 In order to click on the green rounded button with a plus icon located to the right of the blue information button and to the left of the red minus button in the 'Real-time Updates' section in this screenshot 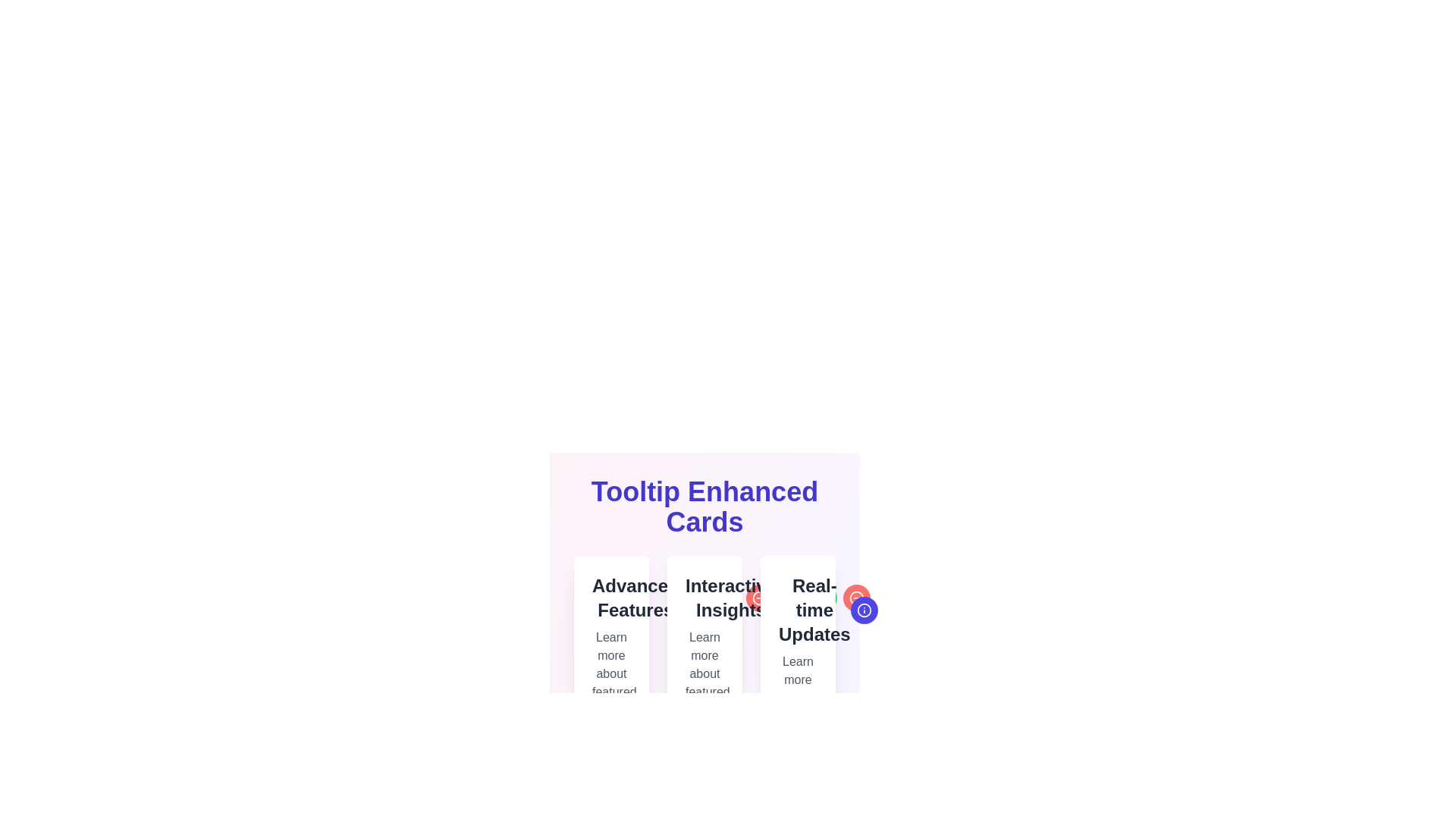, I will do `click(897, 610)`.